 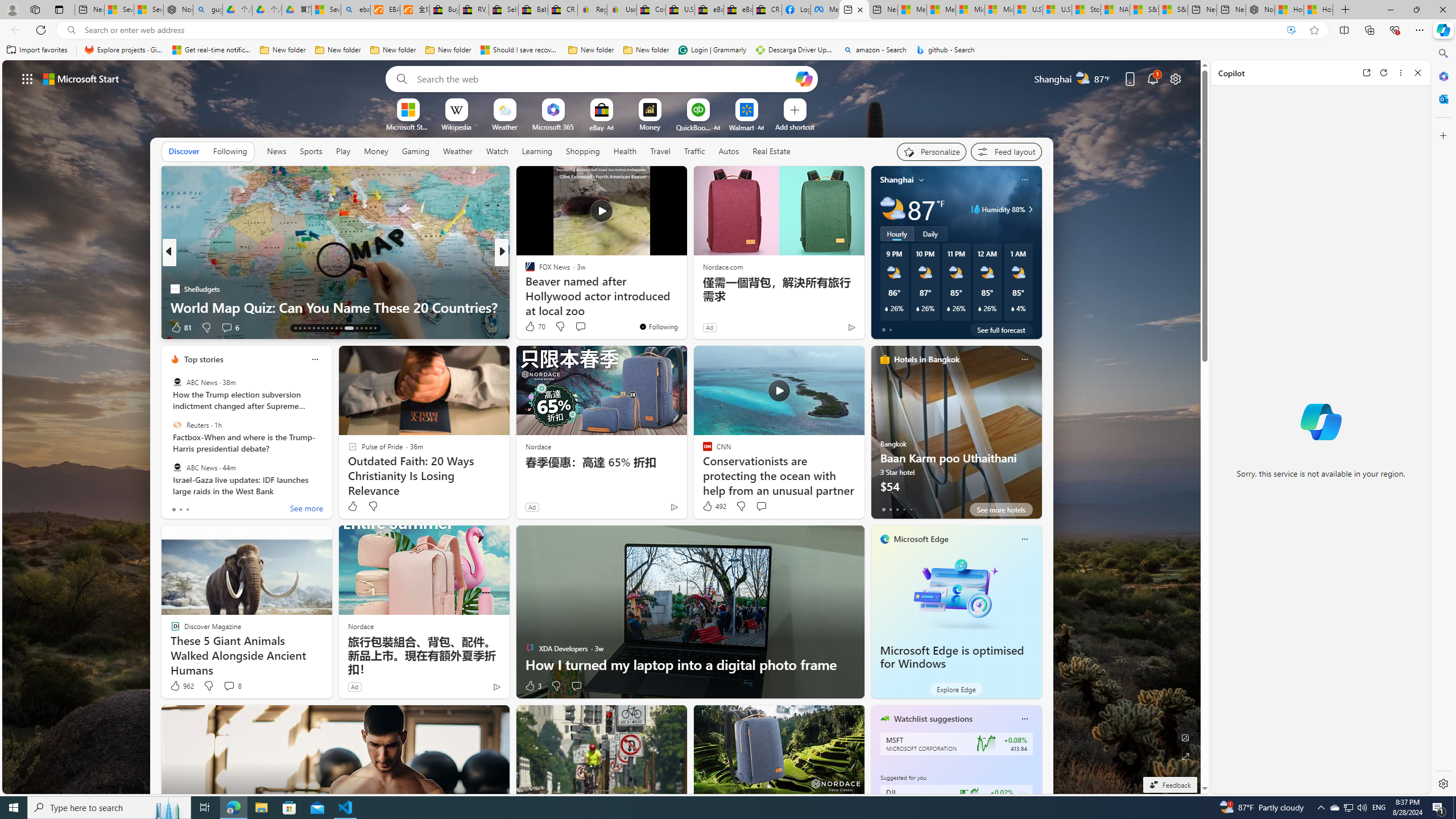 What do you see at coordinates (896, 179) in the screenshot?
I see `'Shanghai'` at bounding box center [896, 179].